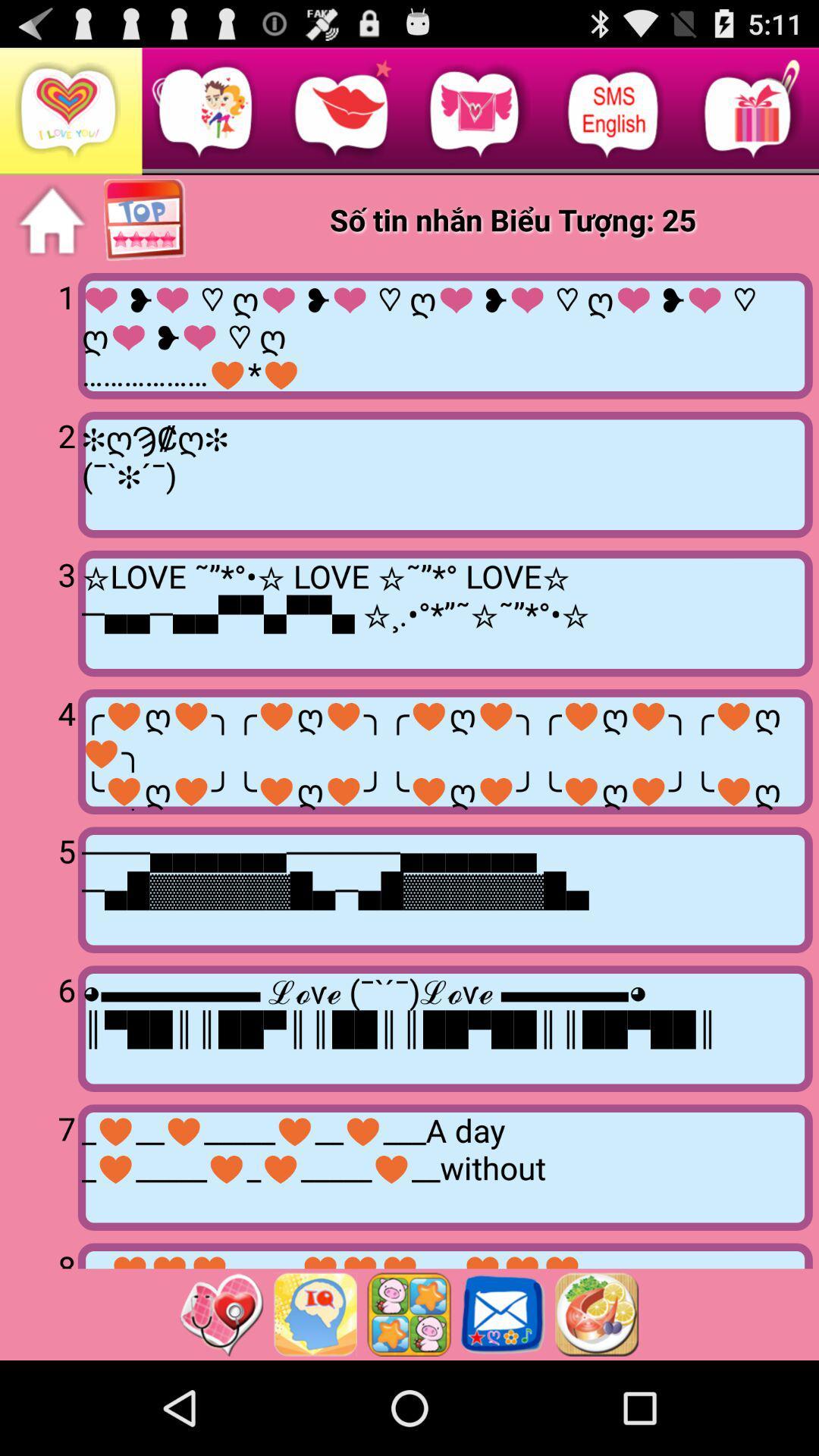 The height and width of the screenshot is (1456, 819). Describe the element at coordinates (146, 220) in the screenshot. I see `page top` at that location.